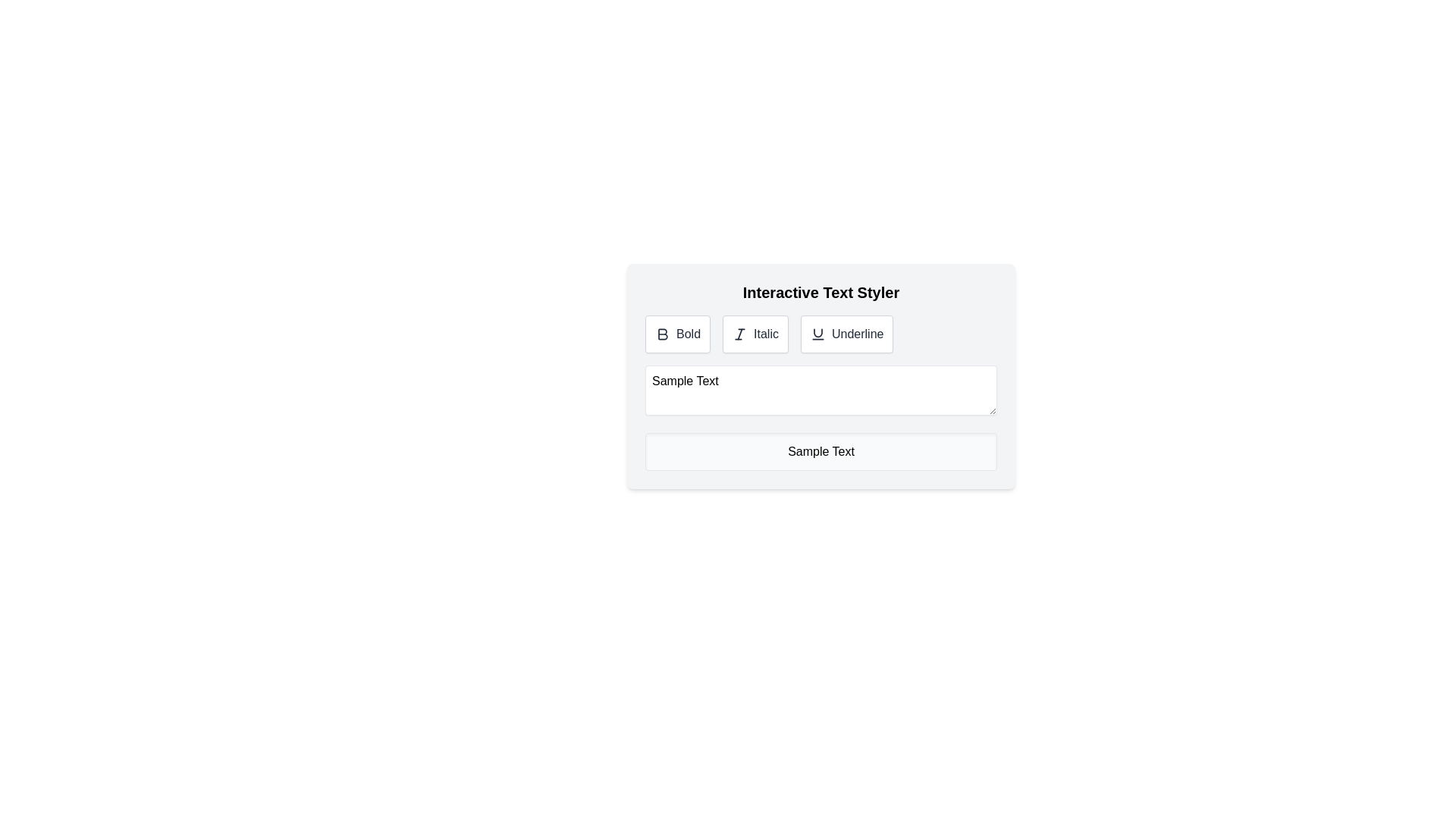 The height and width of the screenshot is (819, 1456). What do you see at coordinates (846, 333) in the screenshot?
I see `the 'Underline' button to toggle the underline styling` at bounding box center [846, 333].